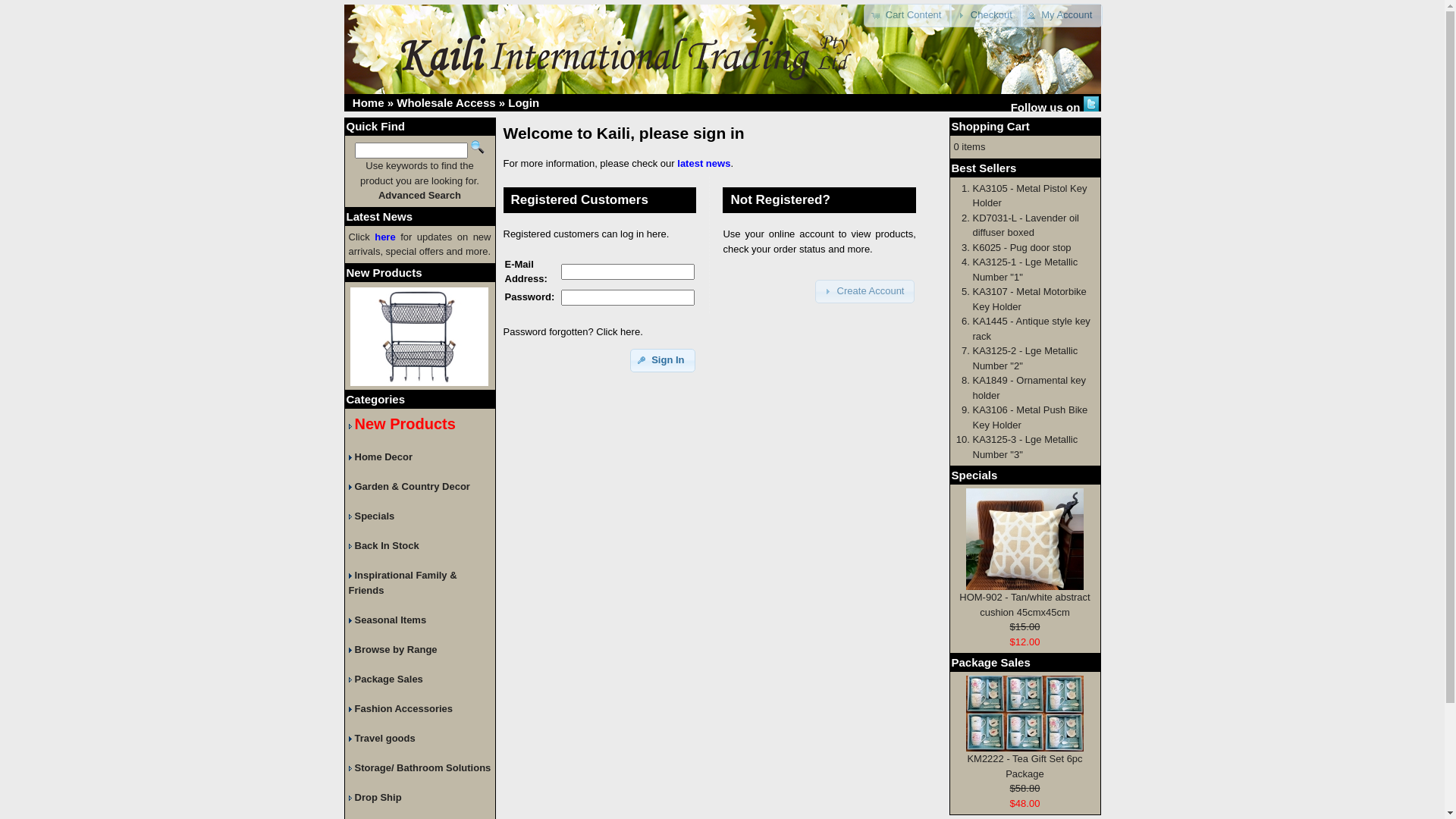  What do you see at coordinates (402, 425) in the screenshot?
I see `'New Products'` at bounding box center [402, 425].